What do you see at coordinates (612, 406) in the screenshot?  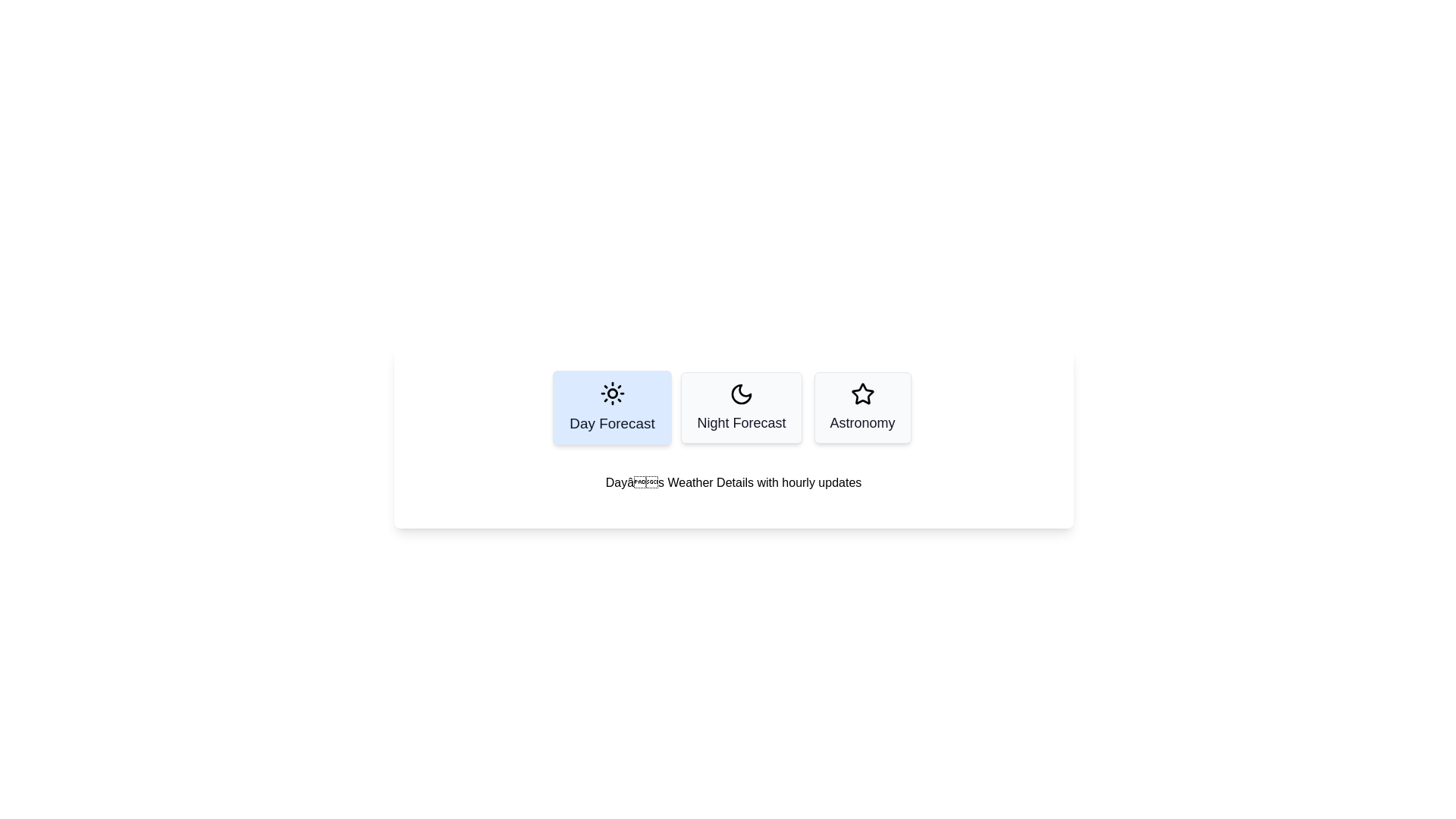 I see `the Day Forecast tab by clicking on its button` at bounding box center [612, 406].